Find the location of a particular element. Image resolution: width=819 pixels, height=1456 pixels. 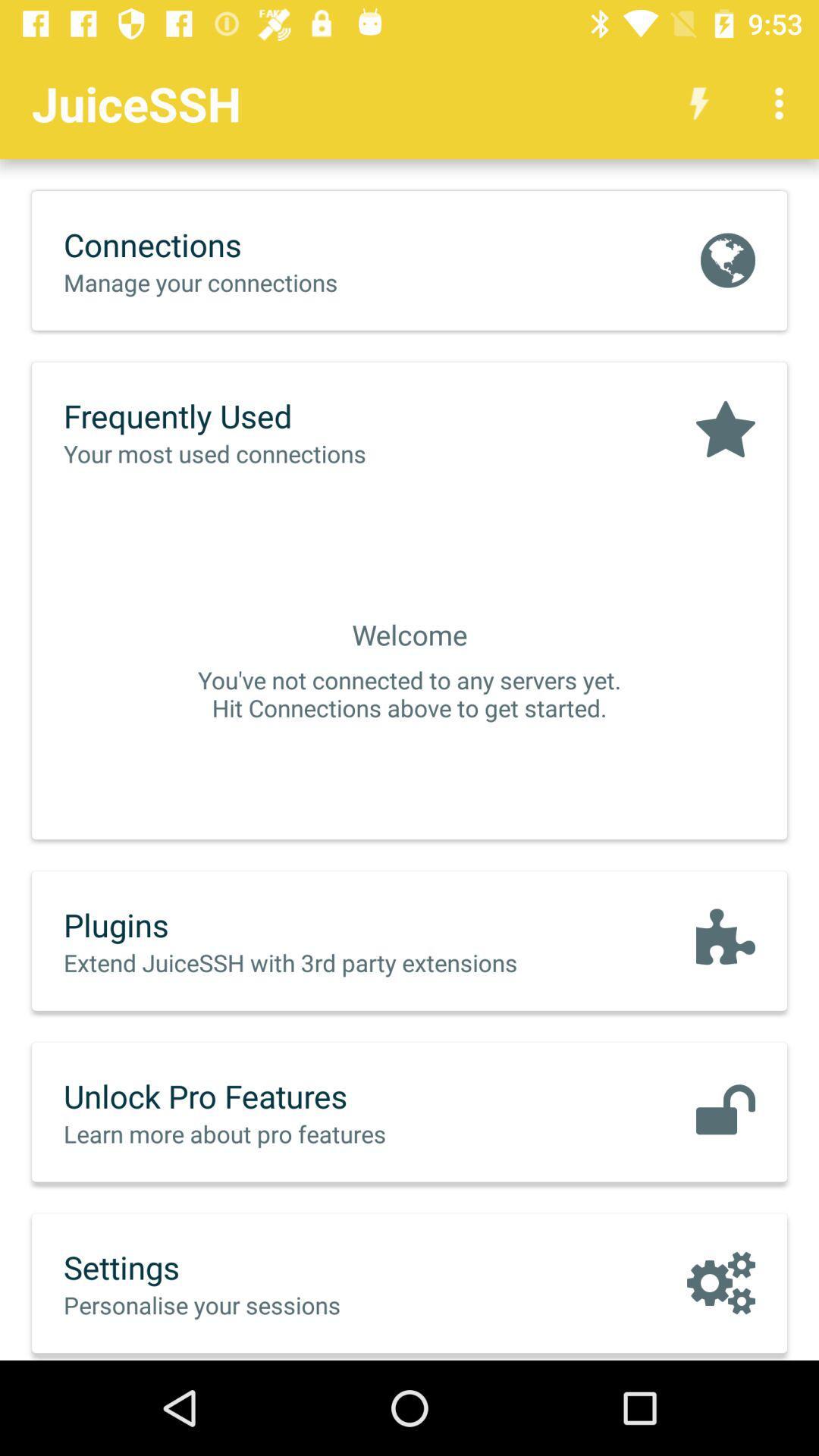

item to the right of frequently used item is located at coordinates (724, 431).